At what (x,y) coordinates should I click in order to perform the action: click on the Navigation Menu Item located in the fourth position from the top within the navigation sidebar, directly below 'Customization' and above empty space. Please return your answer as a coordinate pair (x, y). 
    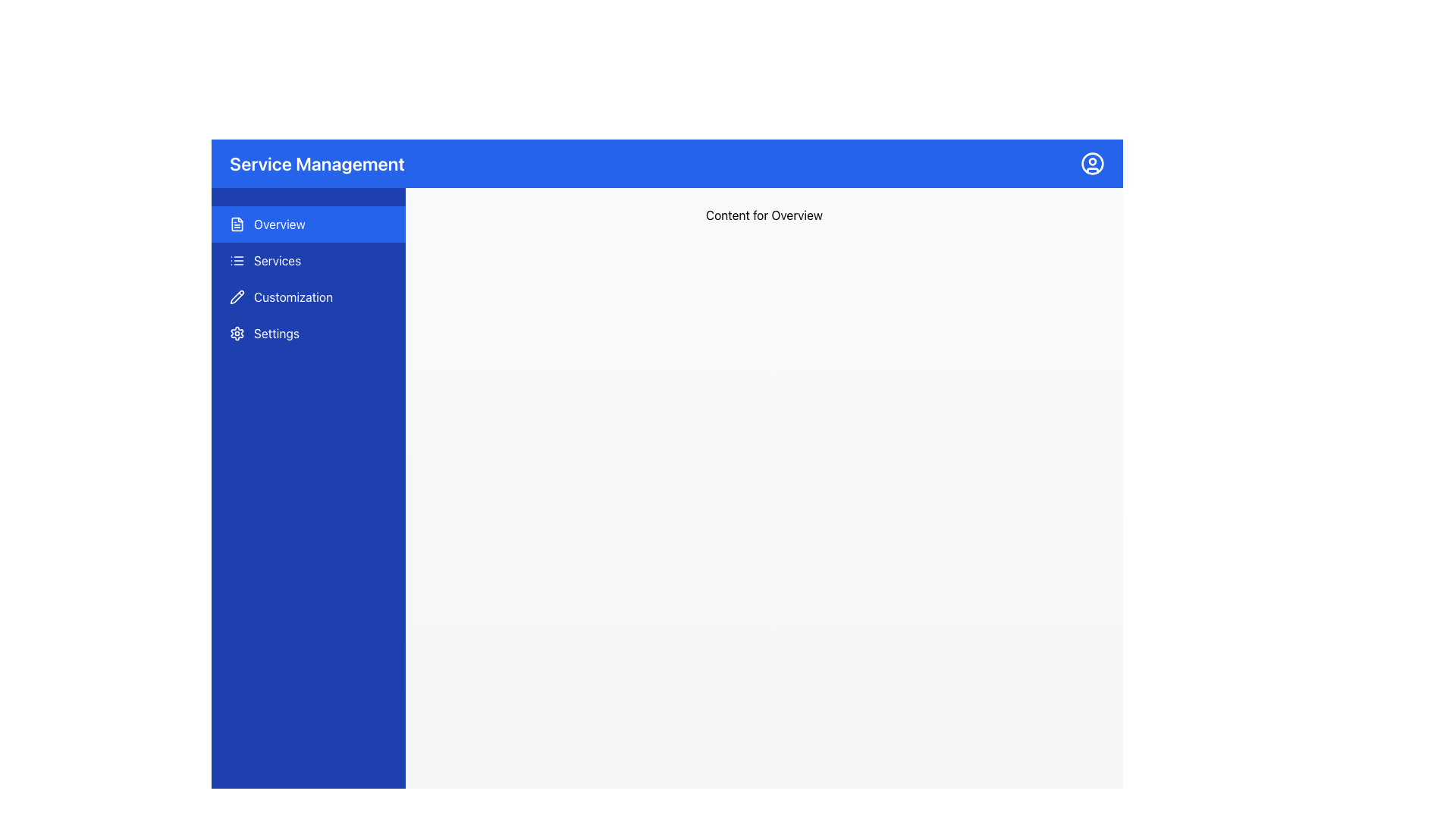
    Looking at the image, I should click on (308, 332).